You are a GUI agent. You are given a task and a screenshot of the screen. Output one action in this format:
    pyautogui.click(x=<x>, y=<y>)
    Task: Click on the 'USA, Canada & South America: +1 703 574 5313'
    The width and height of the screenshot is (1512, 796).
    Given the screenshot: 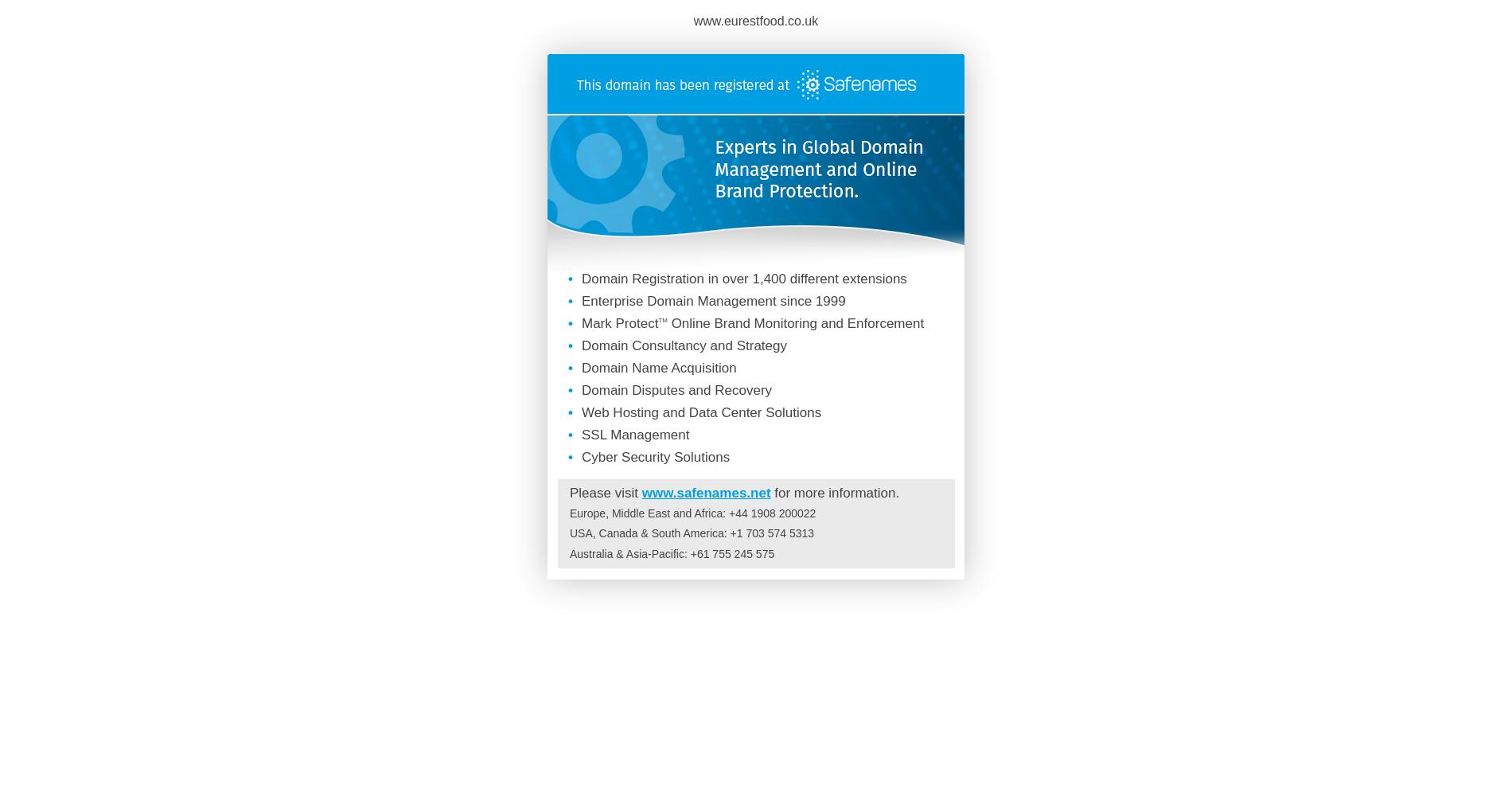 What is the action you would take?
    pyautogui.click(x=691, y=533)
    